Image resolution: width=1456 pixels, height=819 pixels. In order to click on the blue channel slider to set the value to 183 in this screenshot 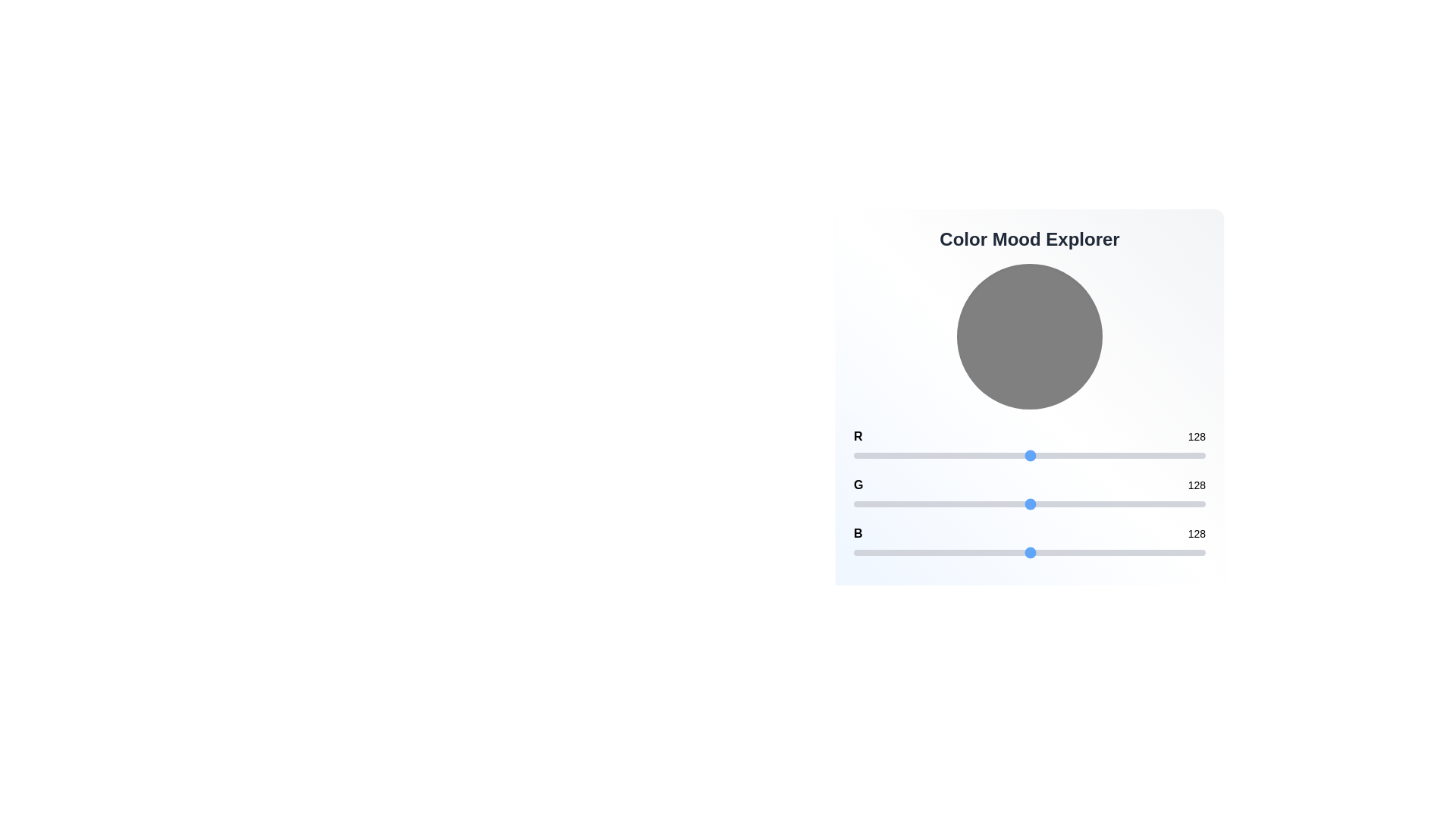, I will do `click(1106, 553)`.